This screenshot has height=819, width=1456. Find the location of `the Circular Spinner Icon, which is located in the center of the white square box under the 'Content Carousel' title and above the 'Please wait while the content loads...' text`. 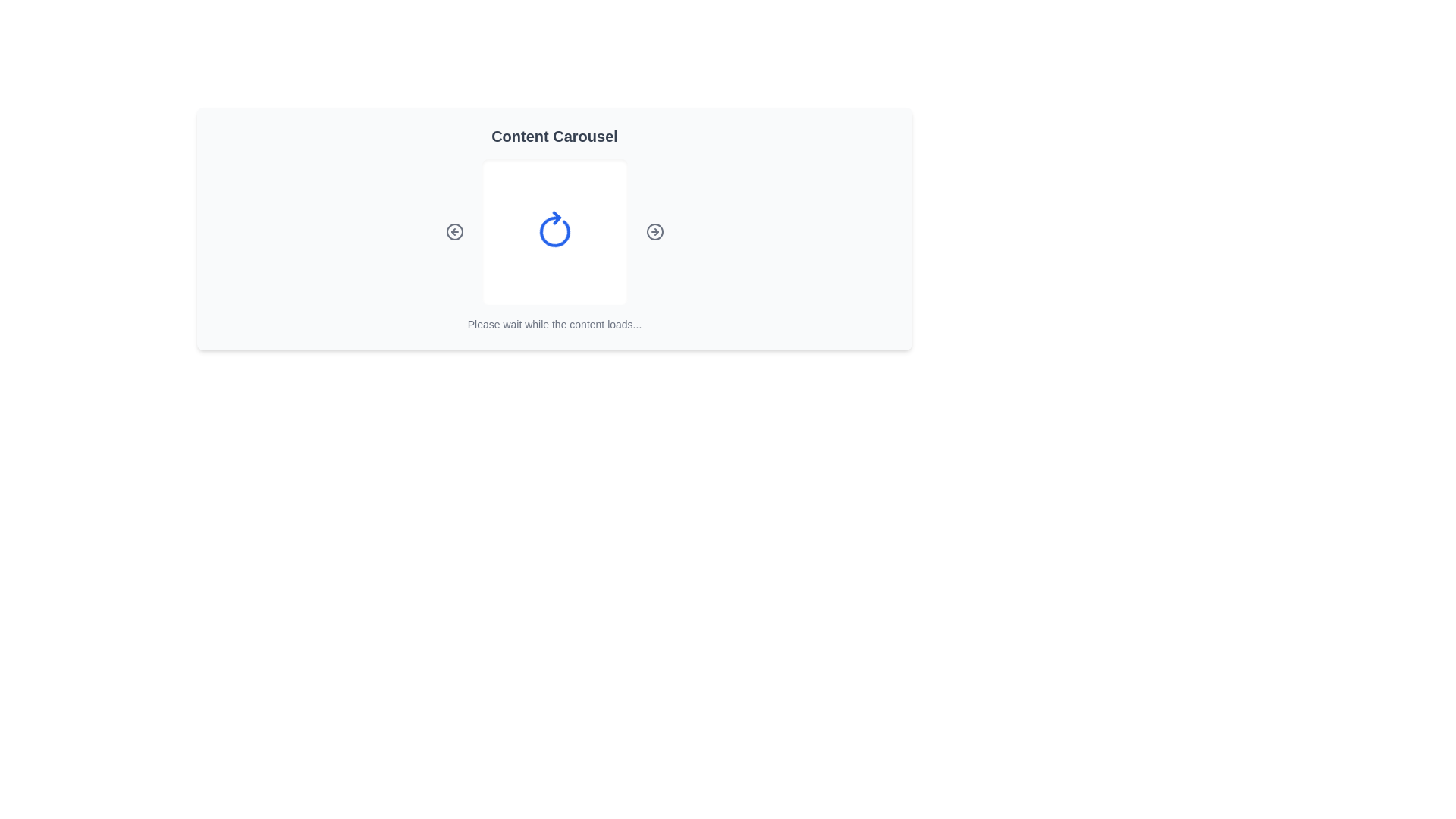

the Circular Spinner Icon, which is located in the center of the white square box under the 'Content Carousel' title and above the 'Please wait while the content loads...' text is located at coordinates (554, 231).